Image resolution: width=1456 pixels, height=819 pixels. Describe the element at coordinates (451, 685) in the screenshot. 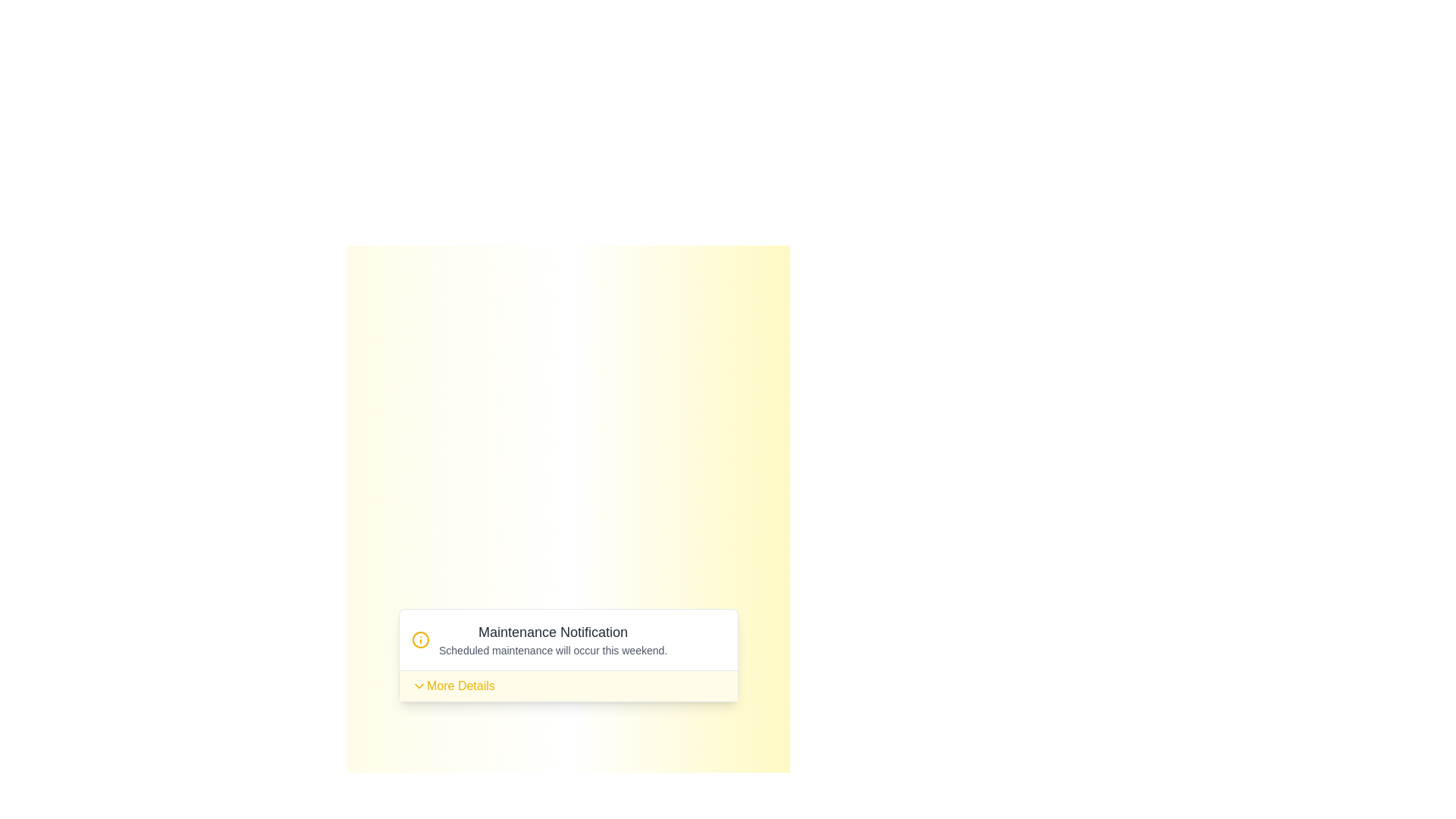

I see `'More Details' button to toggle the details section` at that location.